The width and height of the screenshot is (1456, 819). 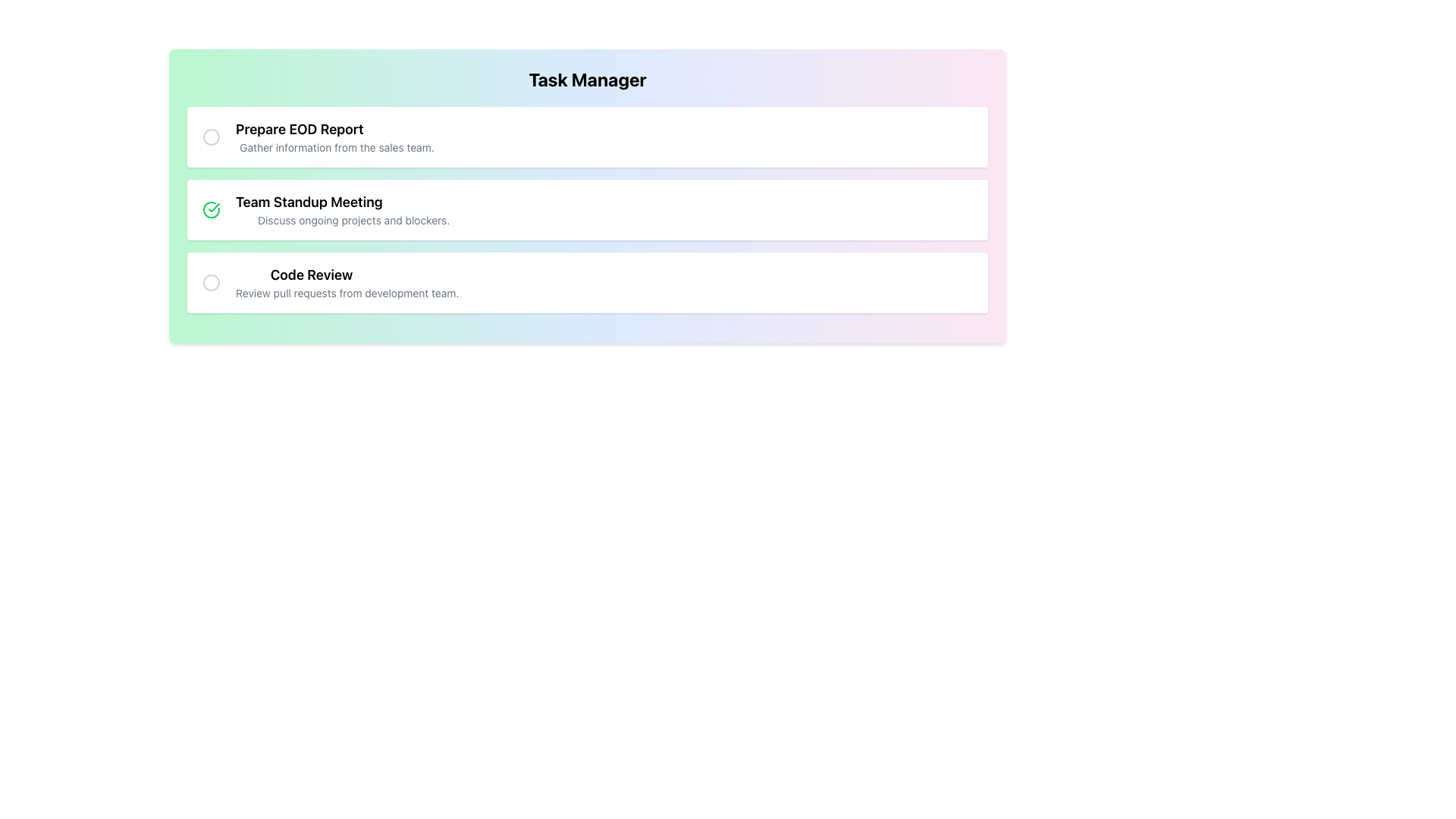 What do you see at coordinates (210, 283) in the screenshot?
I see `the Circular Icon located to the left of the text 'Code Review' in the third task item` at bounding box center [210, 283].